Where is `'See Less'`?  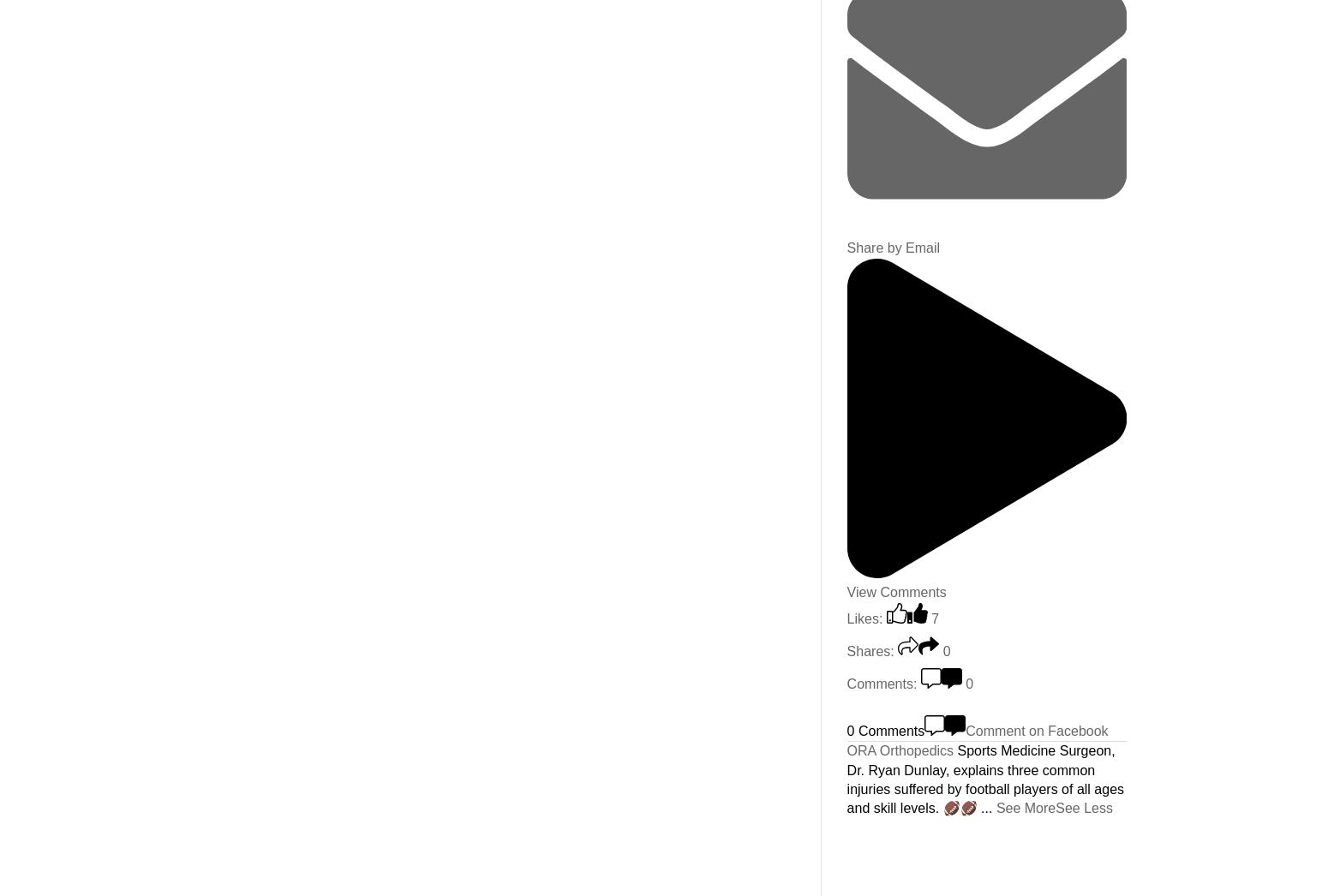 'See Less' is located at coordinates (1082, 807).